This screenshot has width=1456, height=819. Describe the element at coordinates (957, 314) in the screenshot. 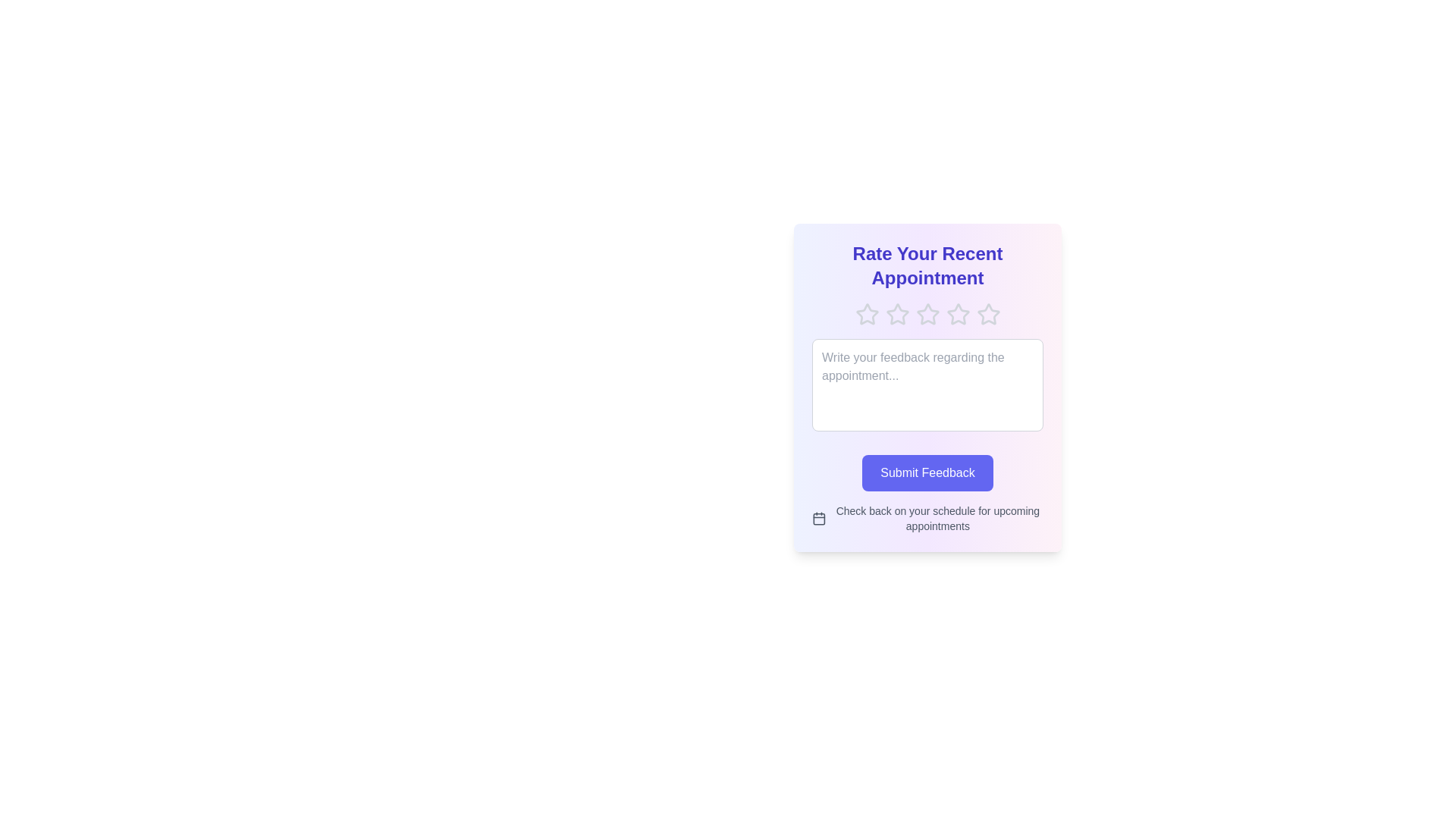

I see `the rating to 4 stars by clicking on the corresponding star` at that location.